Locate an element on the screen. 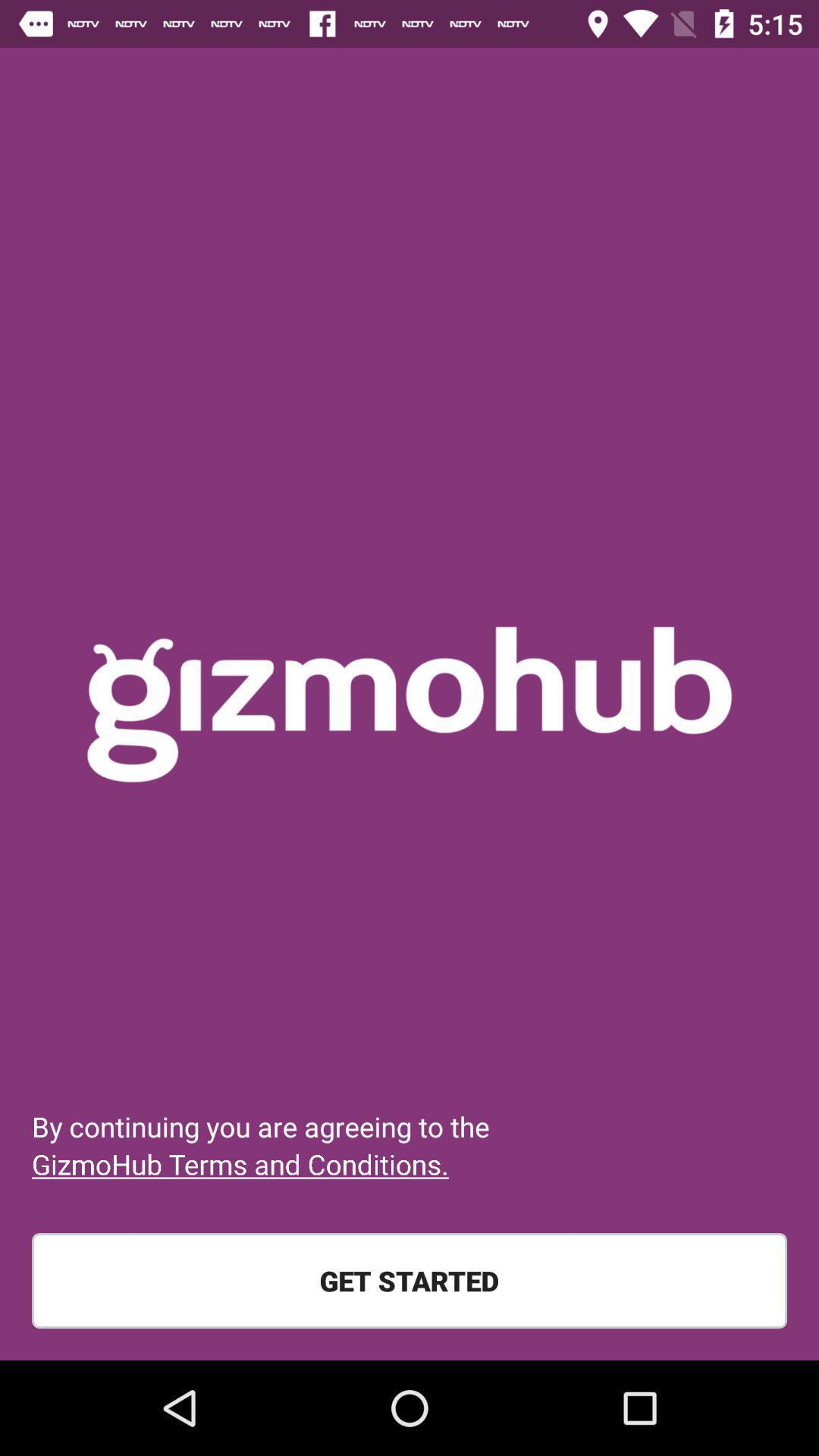  icon above the get started item is located at coordinates (239, 1163).